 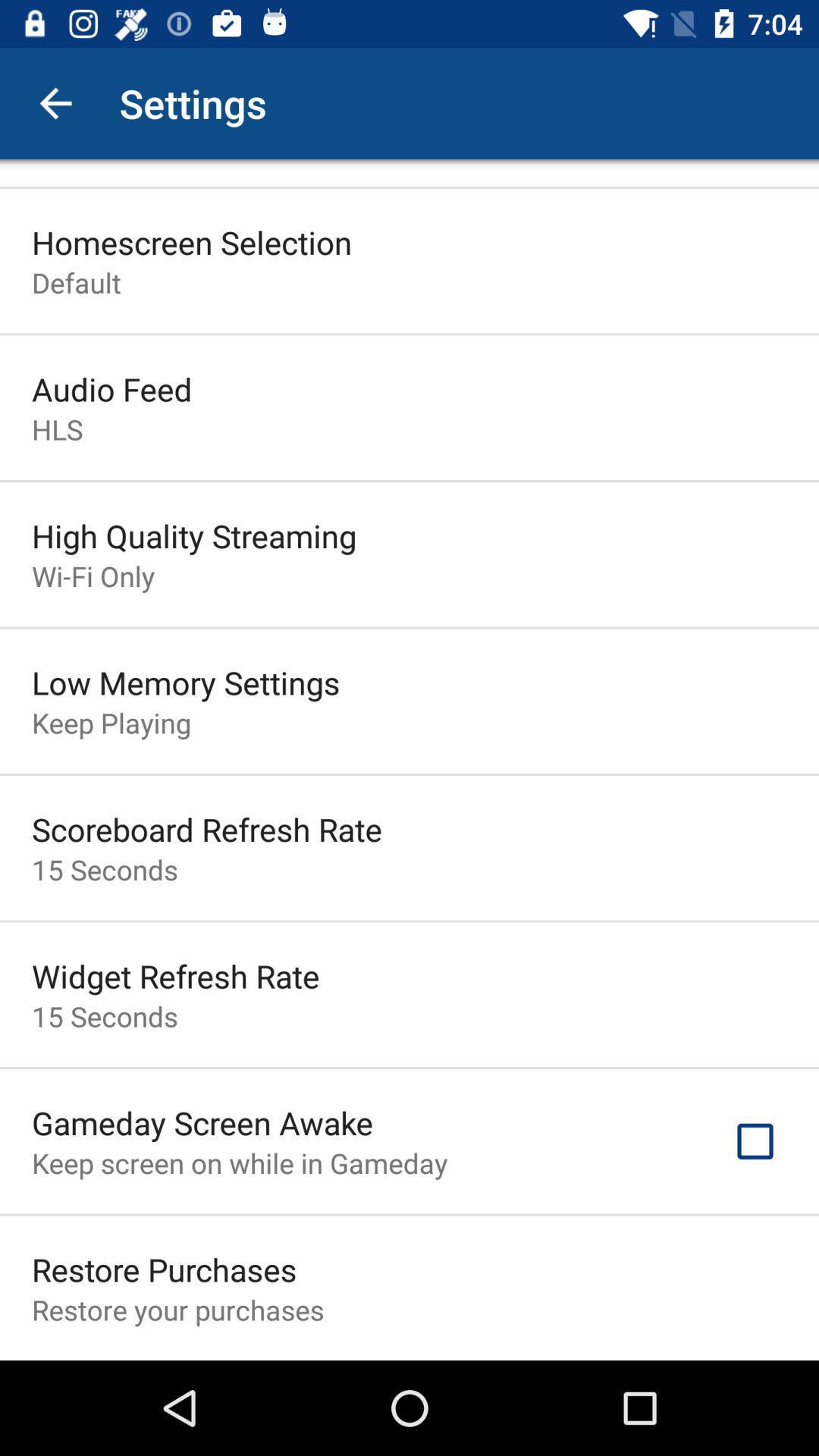 I want to click on audio feed item, so click(x=111, y=389).